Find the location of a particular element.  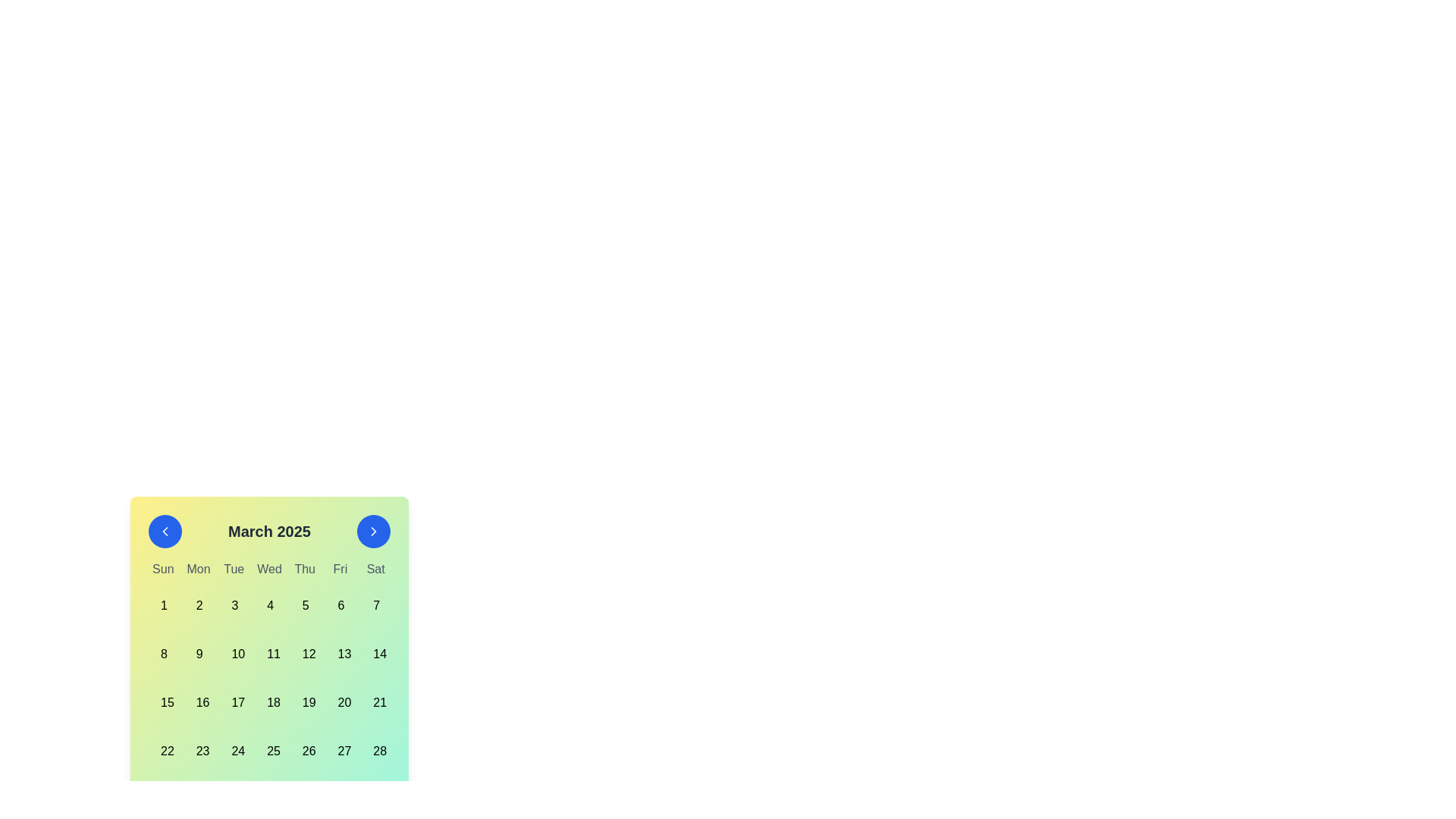

the Clickable day cell representing the date '8' in the calendar is located at coordinates (163, 654).